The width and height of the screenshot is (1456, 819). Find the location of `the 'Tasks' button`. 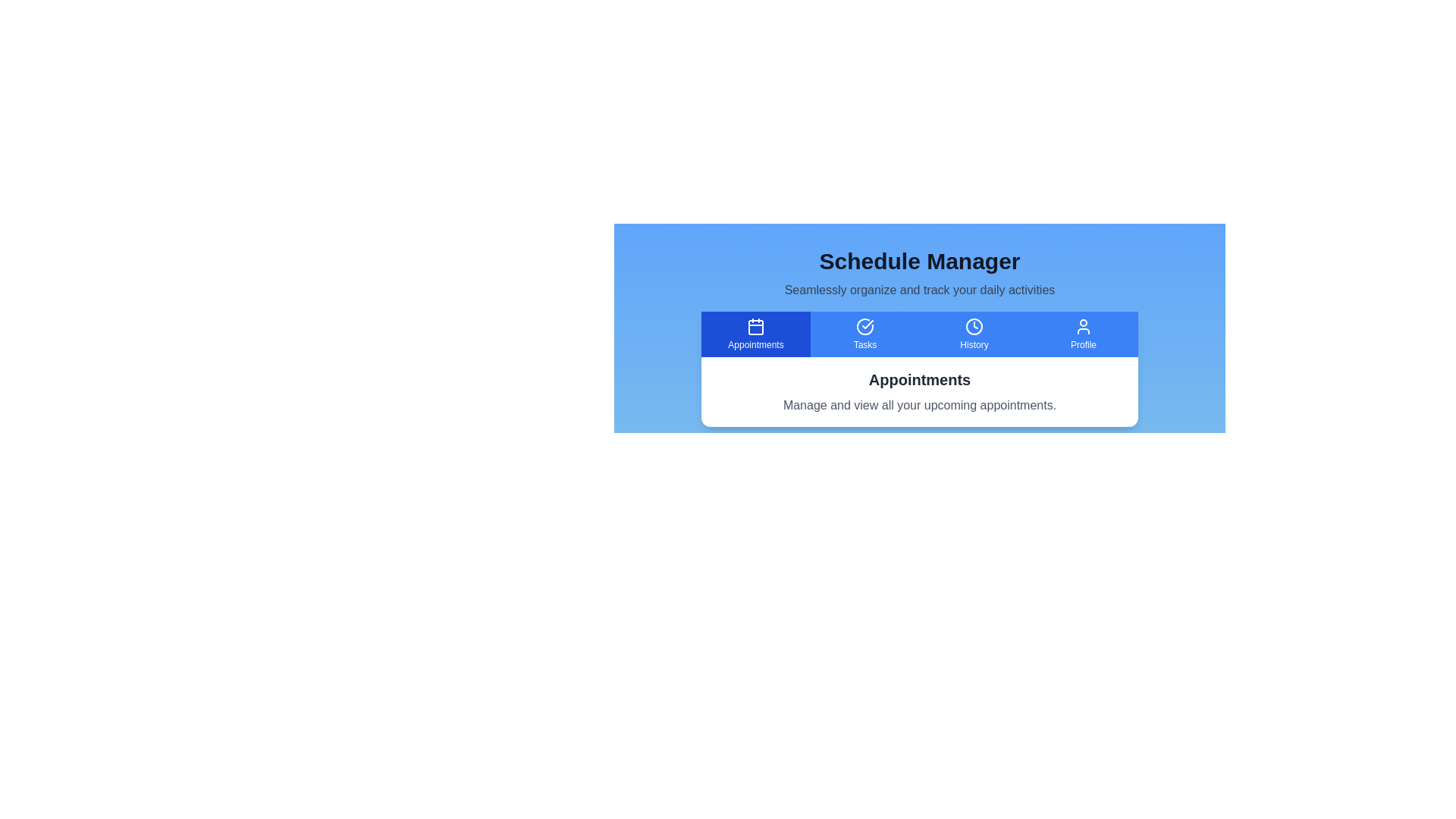

the 'Tasks' button is located at coordinates (865, 333).